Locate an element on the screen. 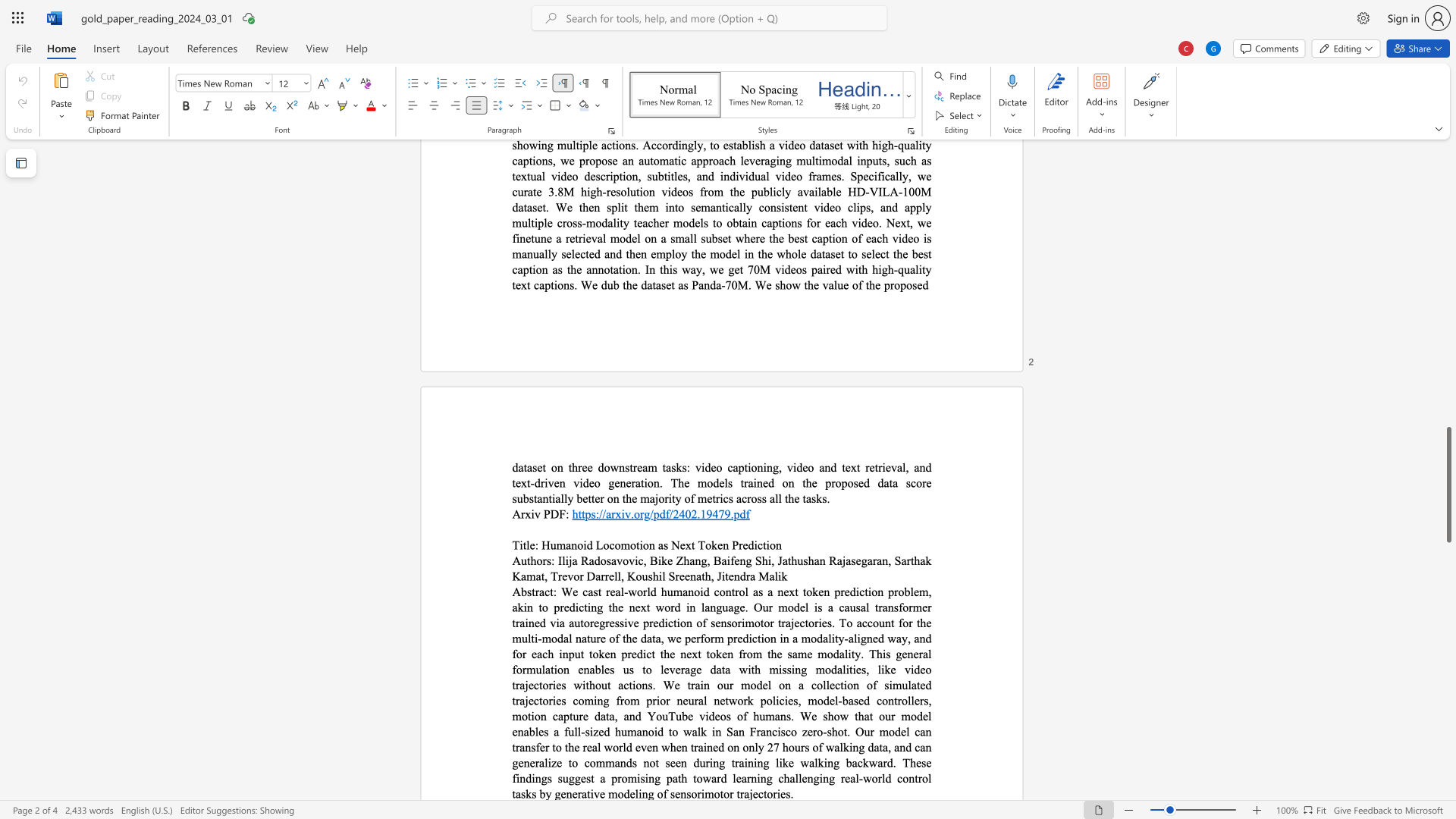 The width and height of the screenshot is (1456, 819). the scrollbar to slide the page up is located at coordinates (1448, 348).